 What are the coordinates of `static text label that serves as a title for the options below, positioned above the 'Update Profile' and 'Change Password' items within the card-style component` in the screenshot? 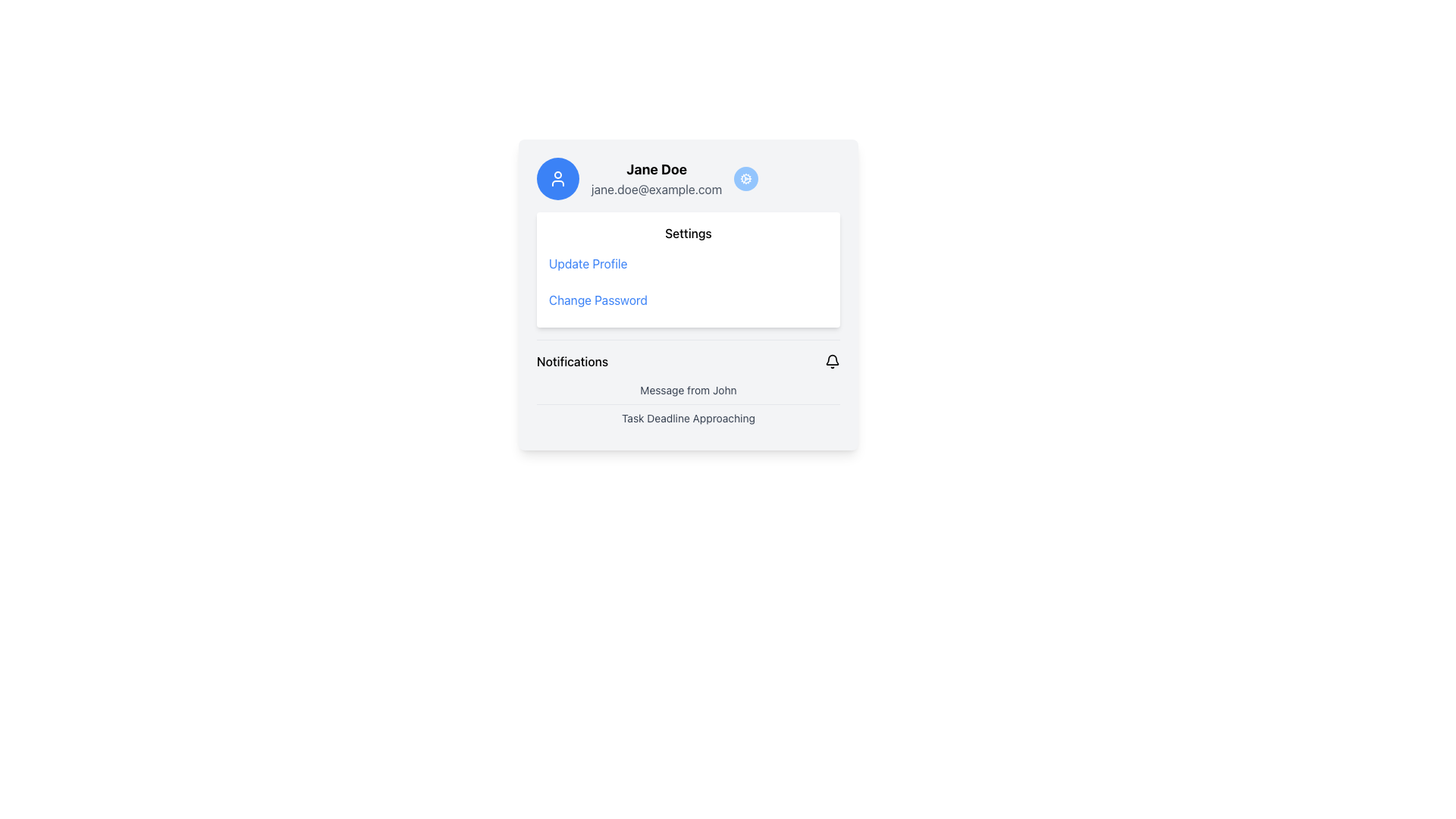 It's located at (687, 234).